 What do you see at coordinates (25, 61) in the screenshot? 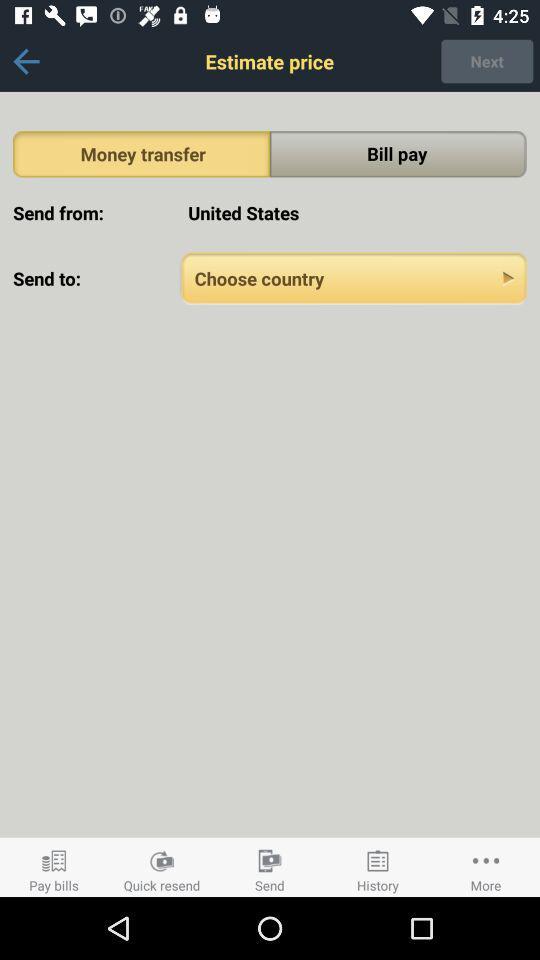
I see `the icon next to the estimate price` at bounding box center [25, 61].